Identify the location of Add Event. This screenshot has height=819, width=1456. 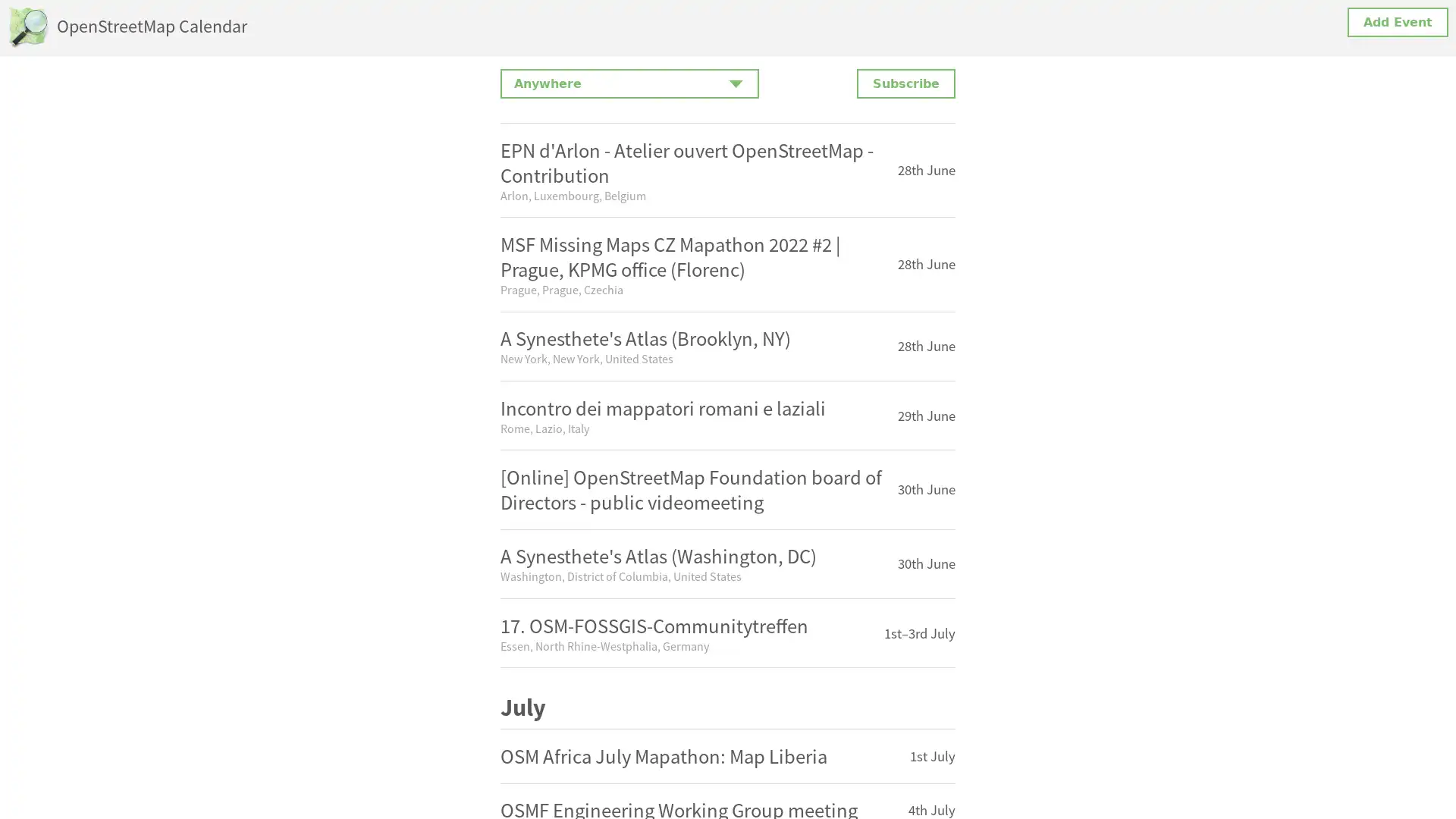
(1397, 22).